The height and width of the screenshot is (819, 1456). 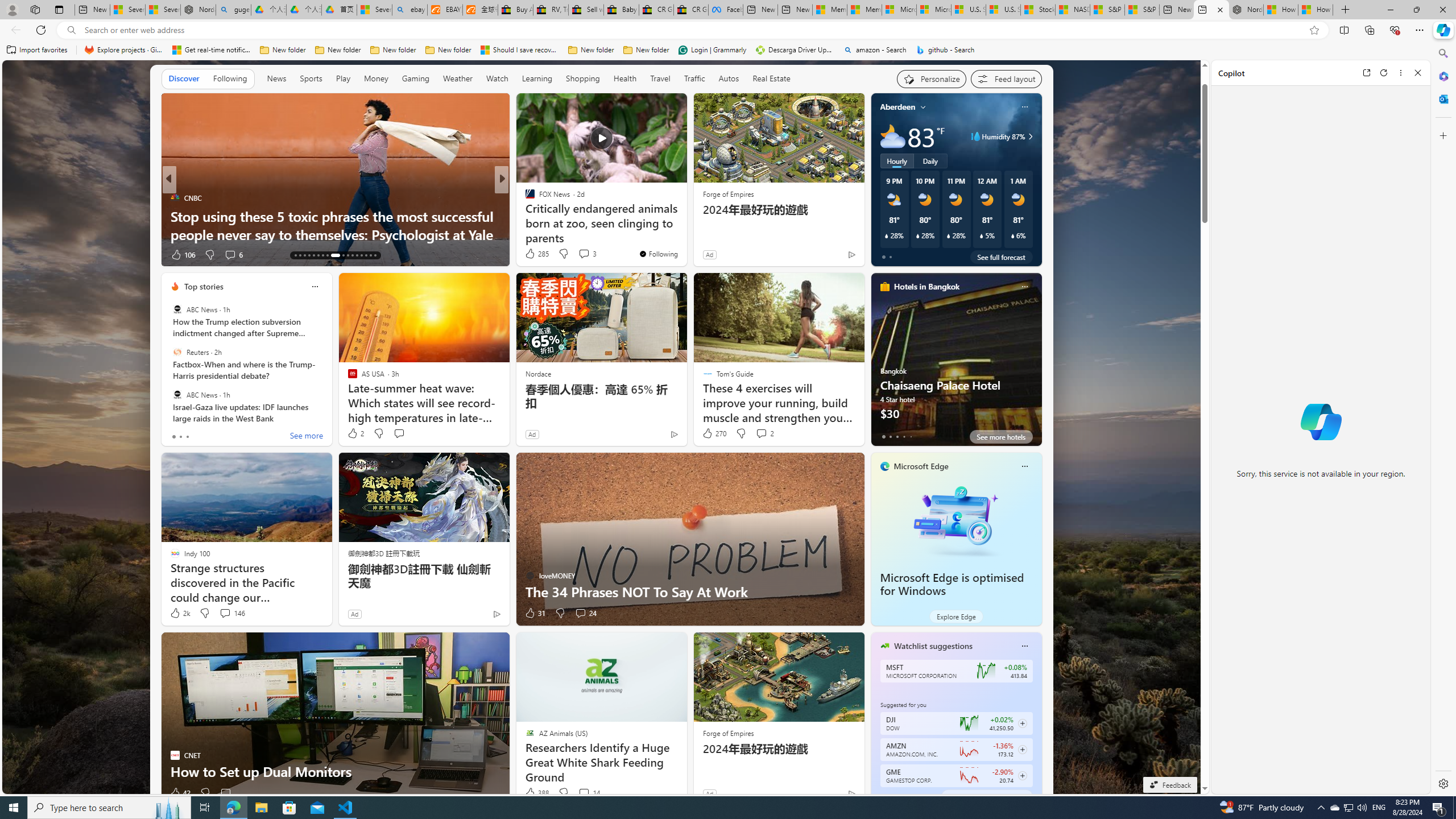 What do you see at coordinates (531, 254) in the screenshot?
I see `'22 Like'` at bounding box center [531, 254].